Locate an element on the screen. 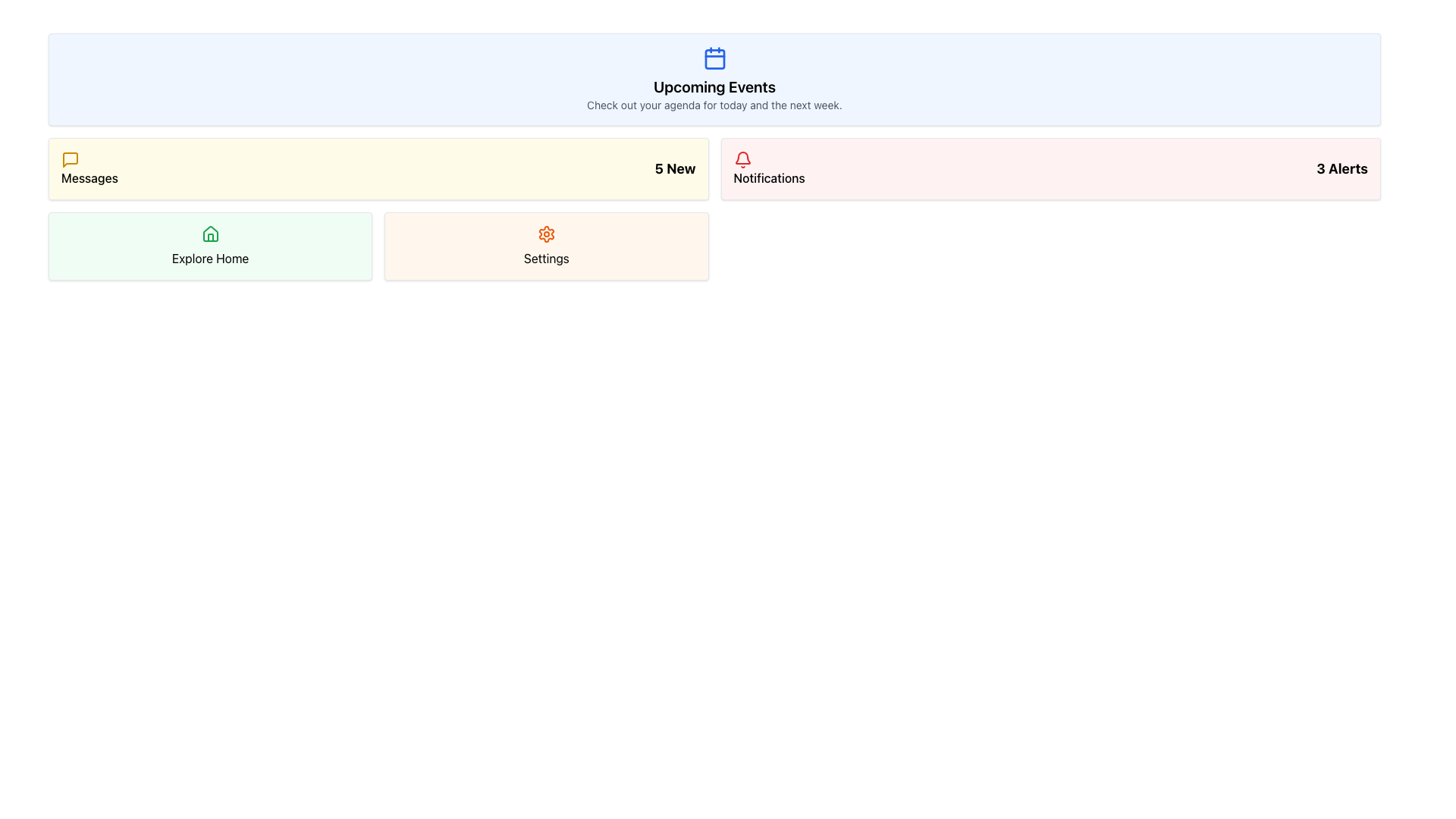 This screenshot has height=819, width=1456. text label 'Notifications' displayed in bold font style within the light pink rectangular section of the notification panel, located in the upper-right section next to the bell icon is located at coordinates (769, 177).